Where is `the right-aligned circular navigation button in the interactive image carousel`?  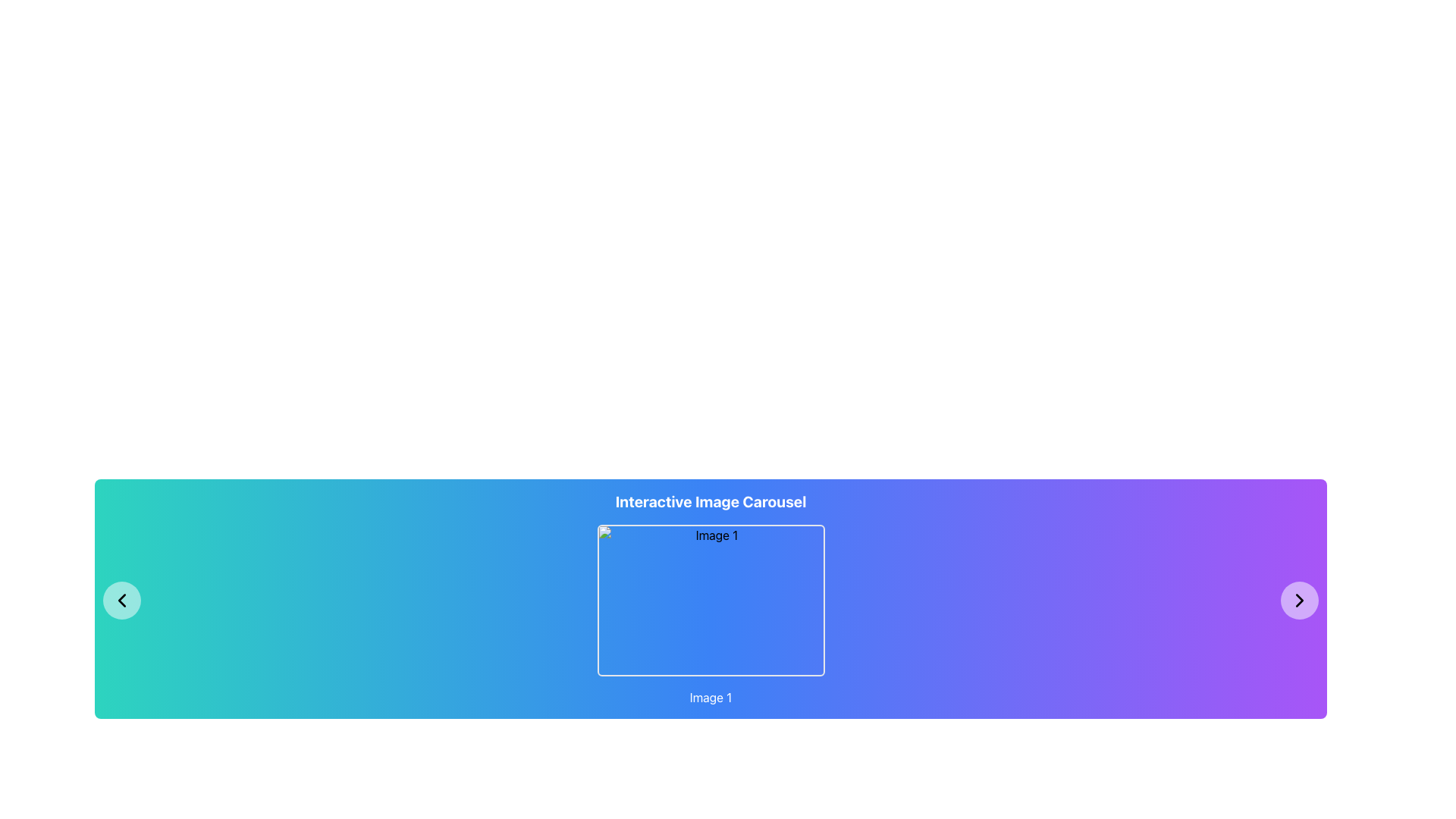
the right-aligned circular navigation button in the interactive image carousel is located at coordinates (1298, 599).